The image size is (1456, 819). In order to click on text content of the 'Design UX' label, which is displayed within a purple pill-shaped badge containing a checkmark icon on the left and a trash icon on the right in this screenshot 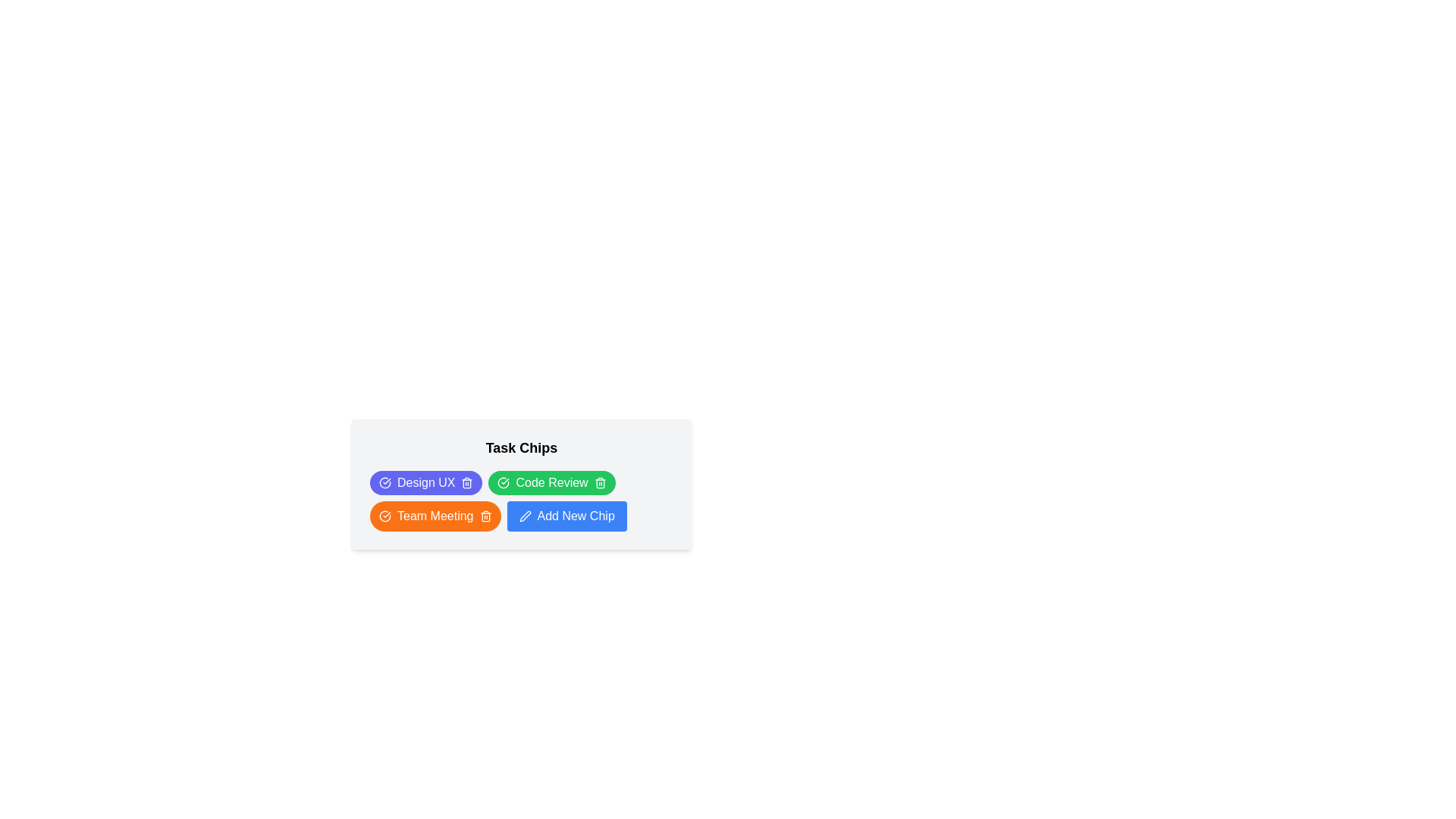, I will do `click(425, 482)`.